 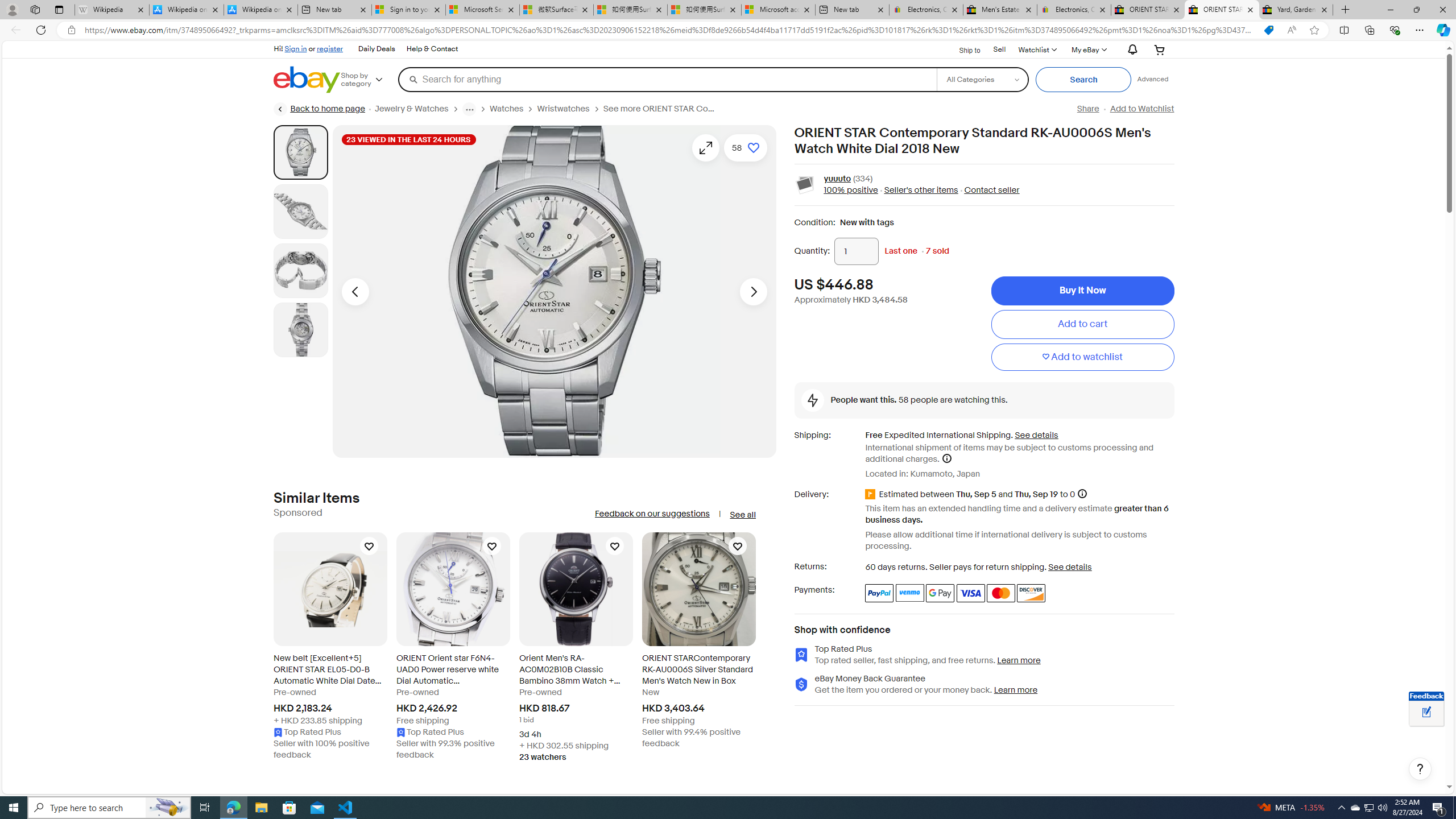 I want to click on 'WatchlistExpand Watch List', so click(x=1036, y=49).